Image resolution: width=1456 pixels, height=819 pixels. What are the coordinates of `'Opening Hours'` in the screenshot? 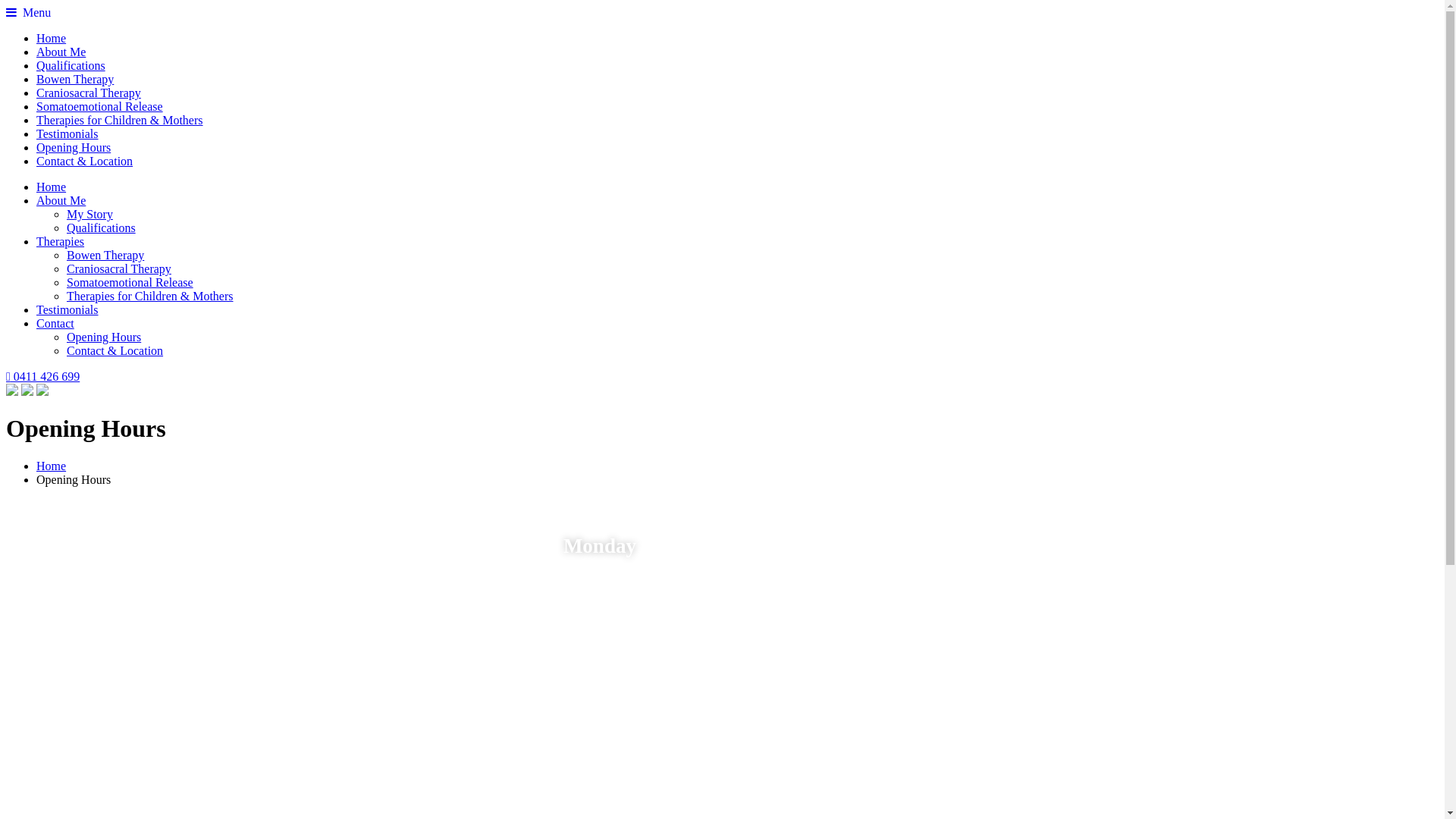 It's located at (72, 147).